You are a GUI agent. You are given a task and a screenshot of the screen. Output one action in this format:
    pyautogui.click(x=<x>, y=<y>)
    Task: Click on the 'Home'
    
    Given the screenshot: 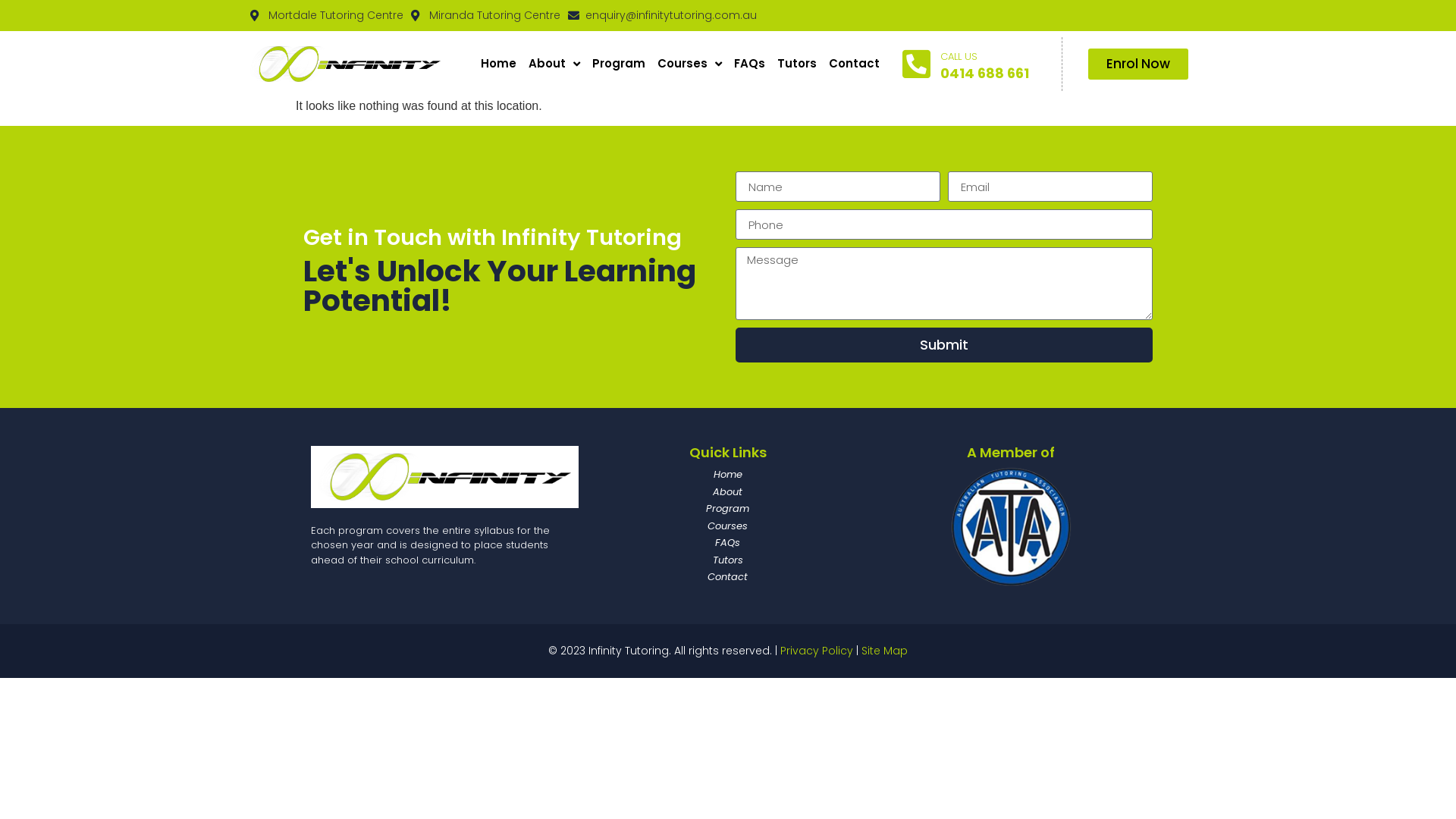 What is the action you would take?
    pyautogui.click(x=498, y=63)
    